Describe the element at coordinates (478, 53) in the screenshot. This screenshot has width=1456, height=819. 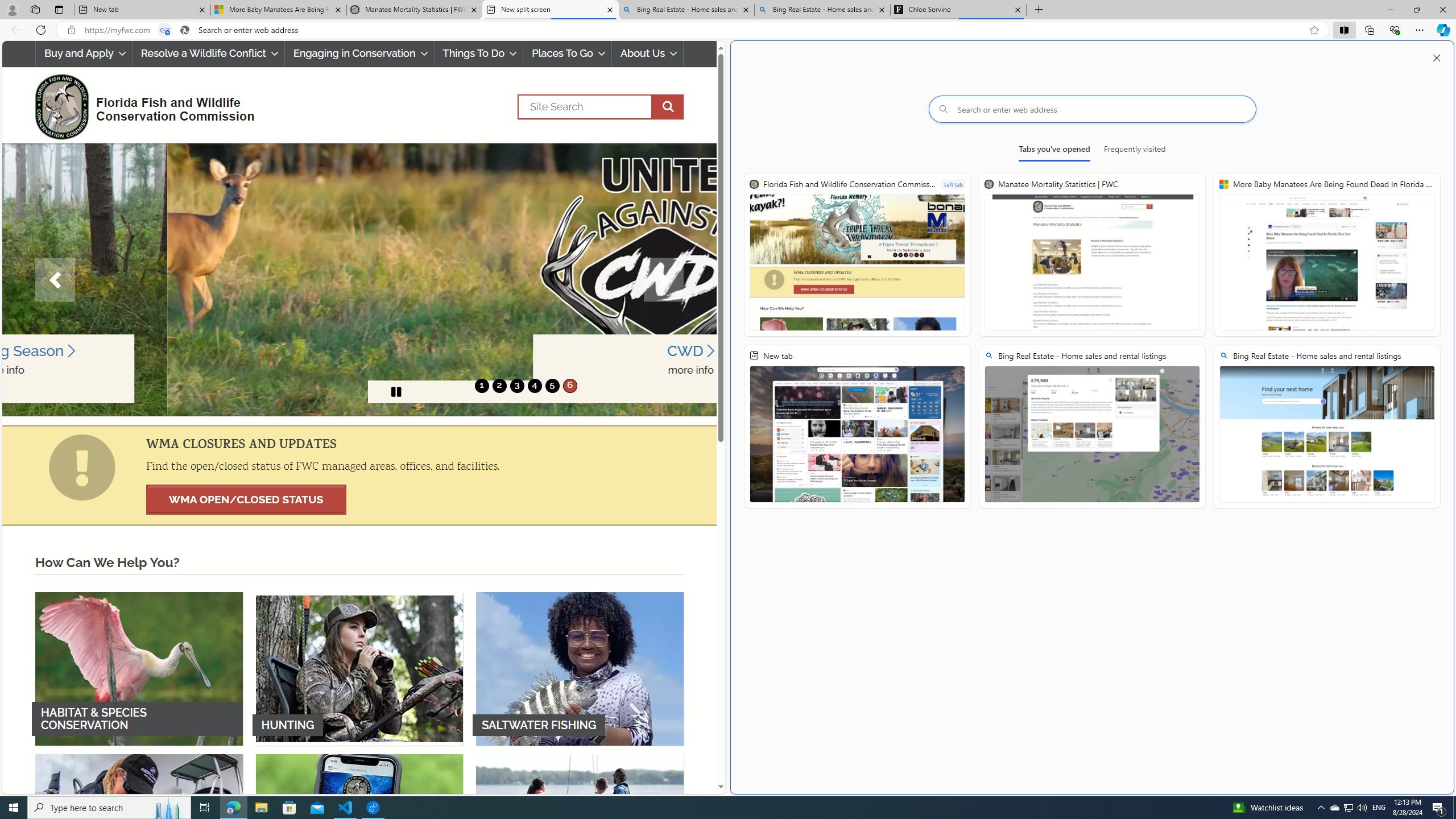
I see `'Things To Do'` at that location.